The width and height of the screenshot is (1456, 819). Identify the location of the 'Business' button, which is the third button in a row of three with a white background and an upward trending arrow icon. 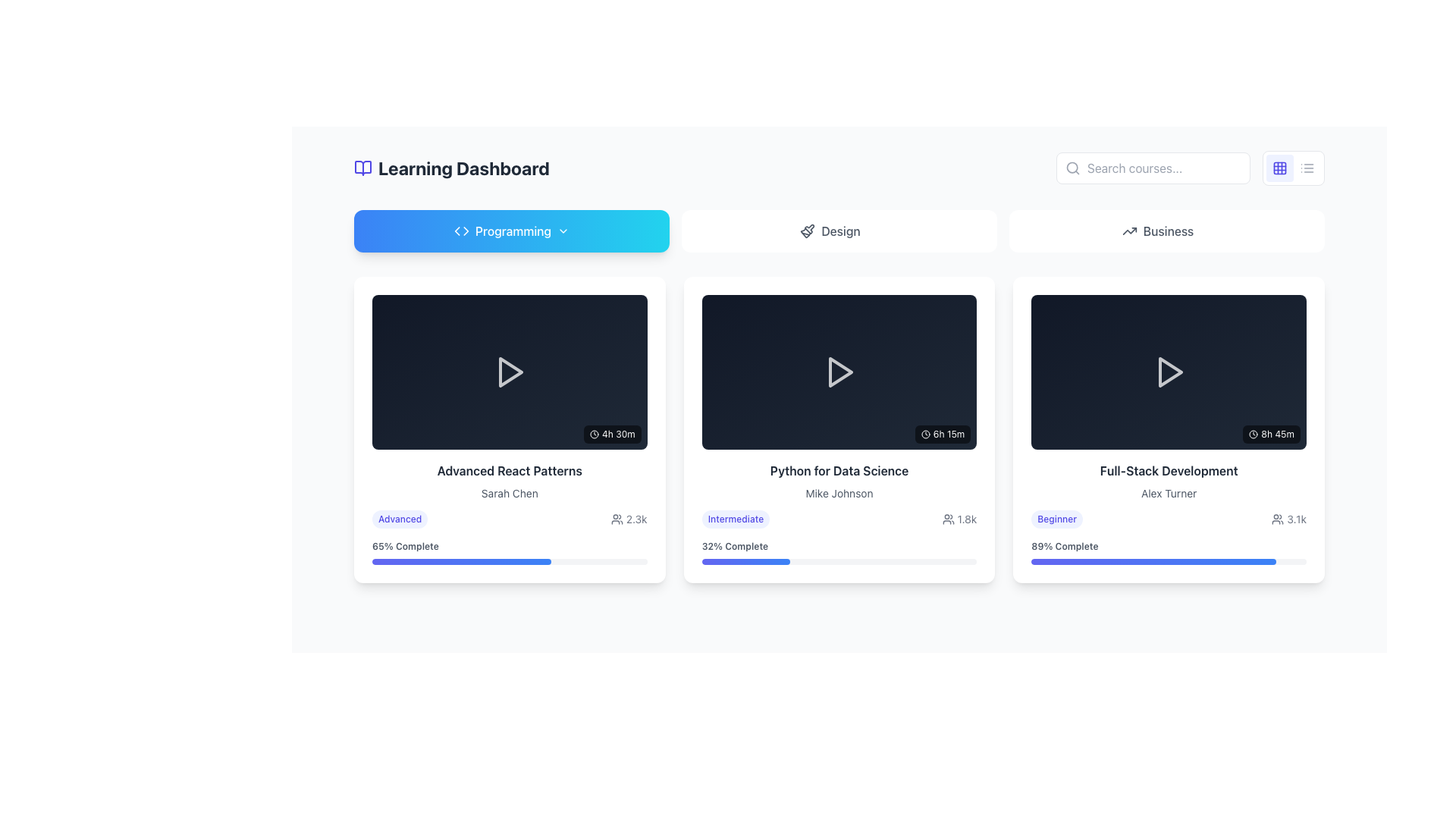
(1166, 231).